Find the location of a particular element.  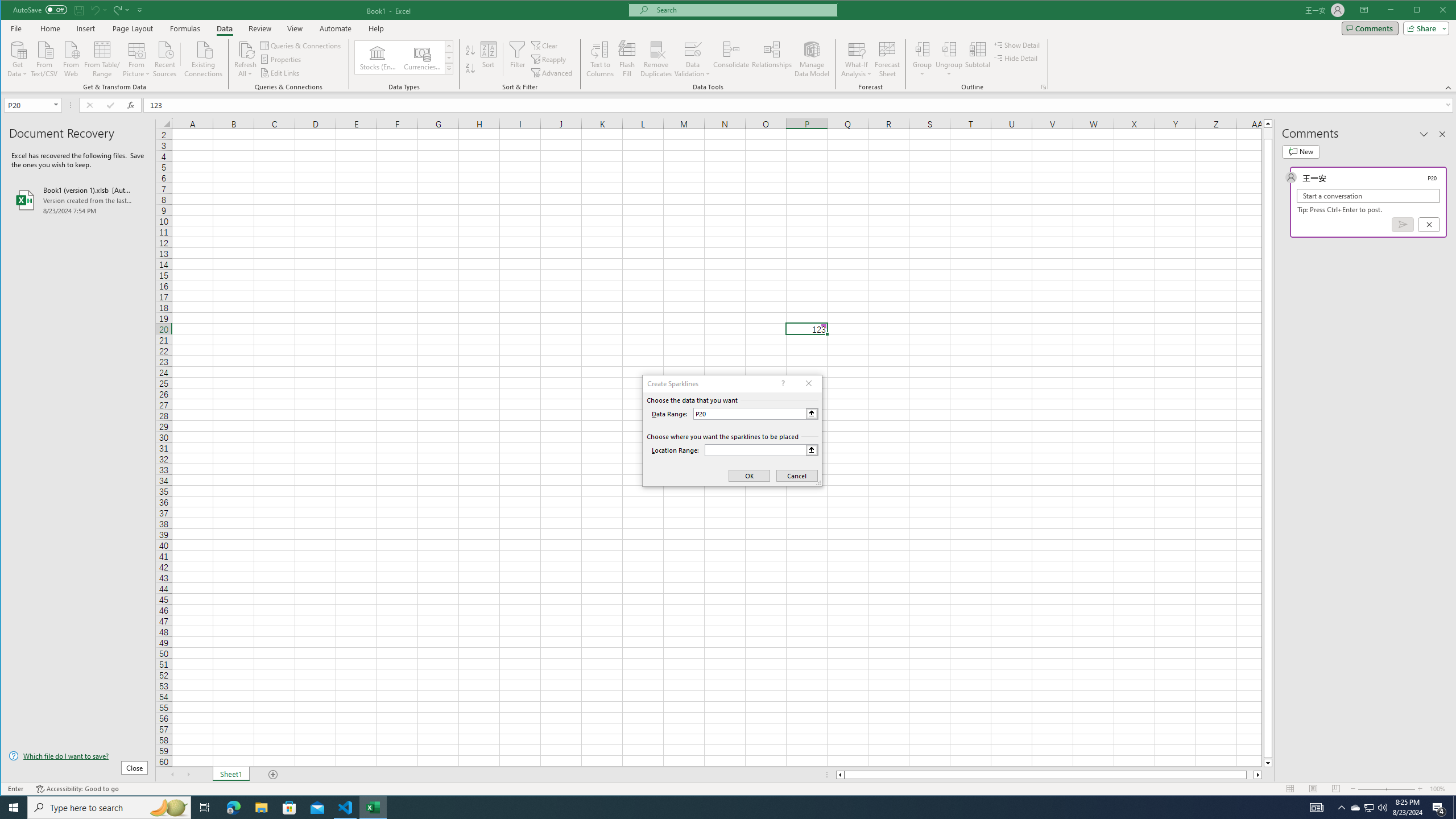

'Add Sheet' is located at coordinates (273, 775).